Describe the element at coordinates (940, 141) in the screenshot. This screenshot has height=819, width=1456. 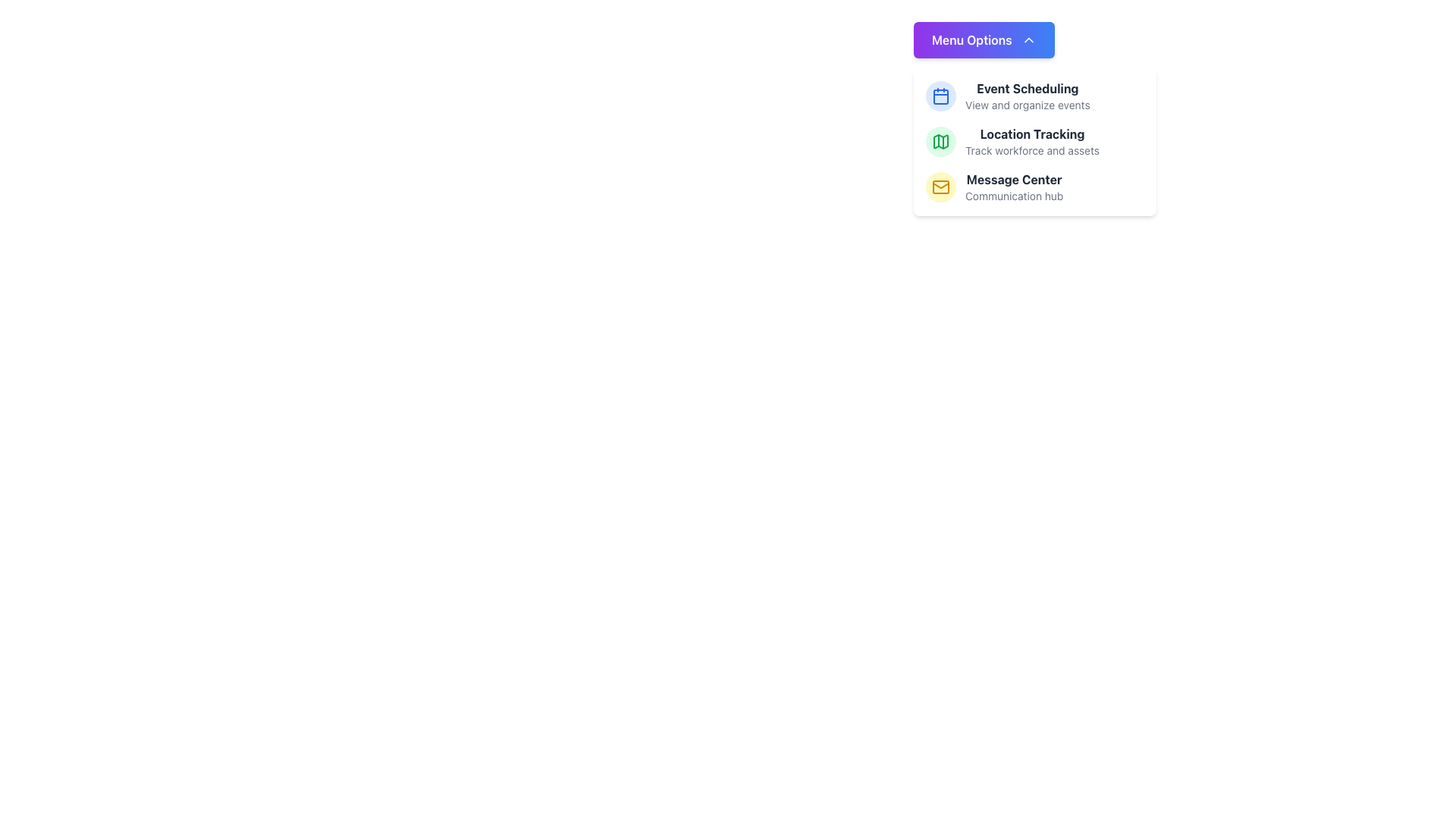
I see `the green map icon in the dropdown menu` at that location.